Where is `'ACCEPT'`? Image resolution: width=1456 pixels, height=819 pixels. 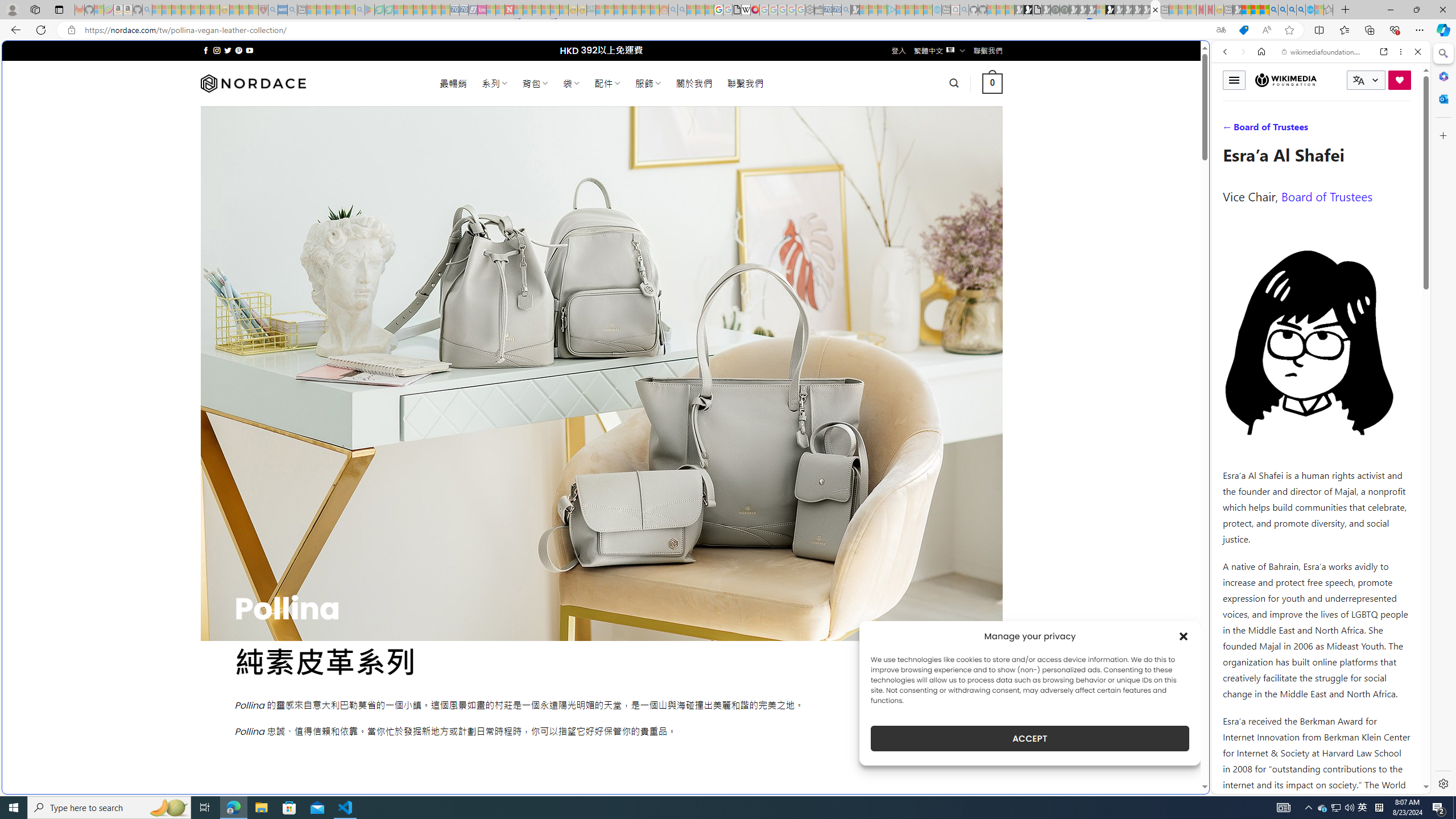 'ACCEPT' is located at coordinates (1029, 738).